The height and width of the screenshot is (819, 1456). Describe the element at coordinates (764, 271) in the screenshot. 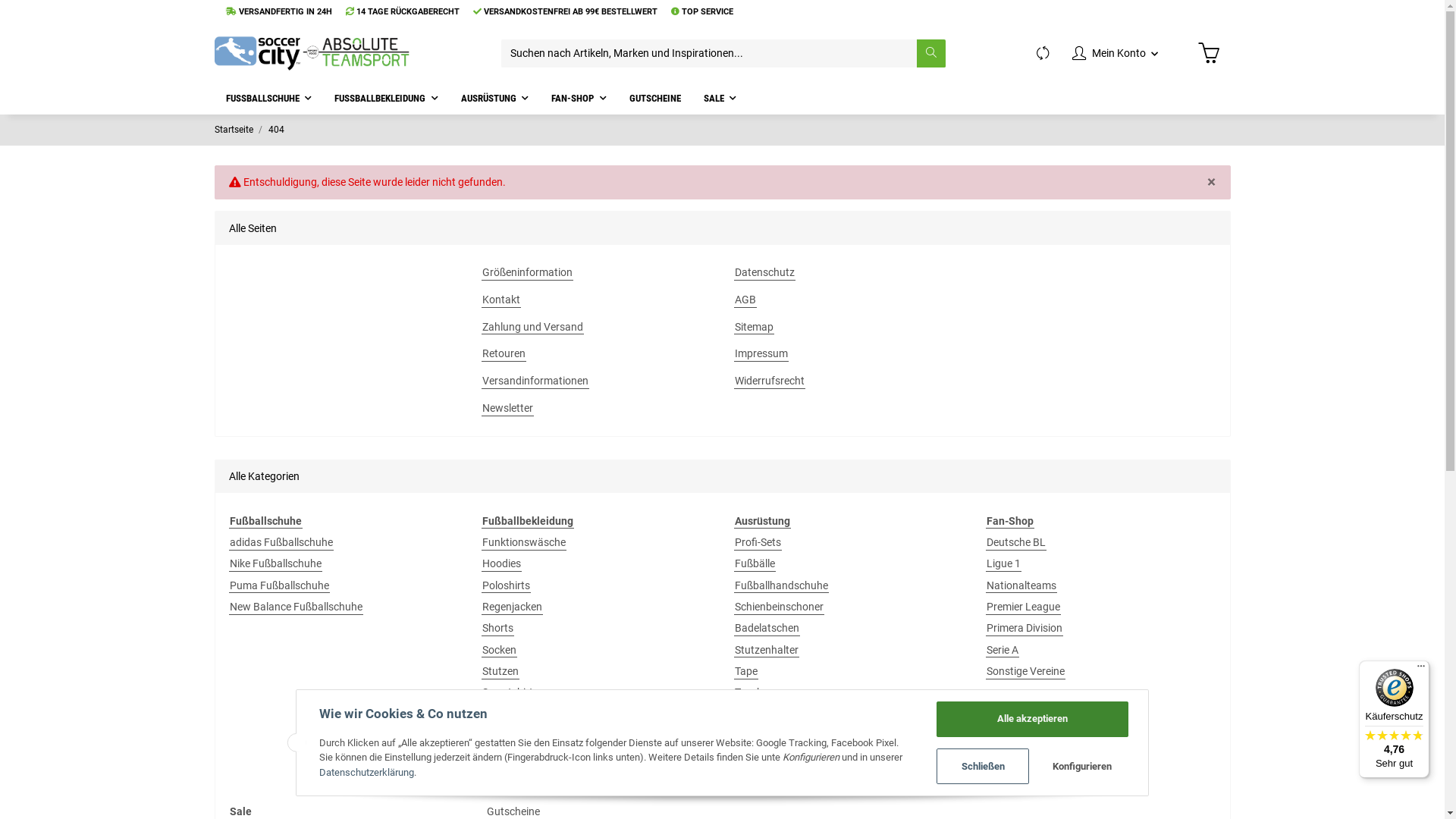

I see `'Datenschutz'` at that location.